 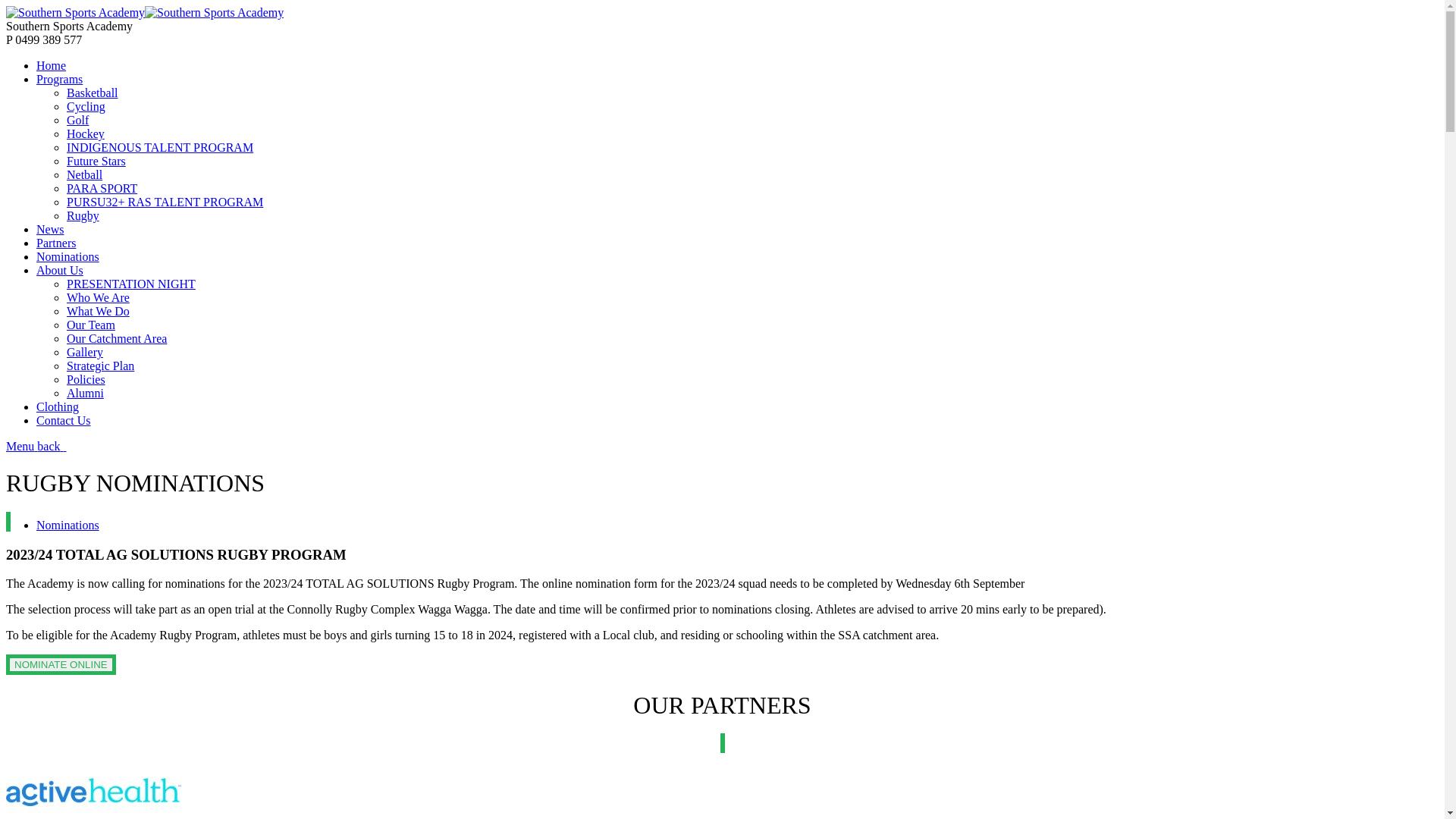 What do you see at coordinates (85, 105) in the screenshot?
I see `'Cycling'` at bounding box center [85, 105].